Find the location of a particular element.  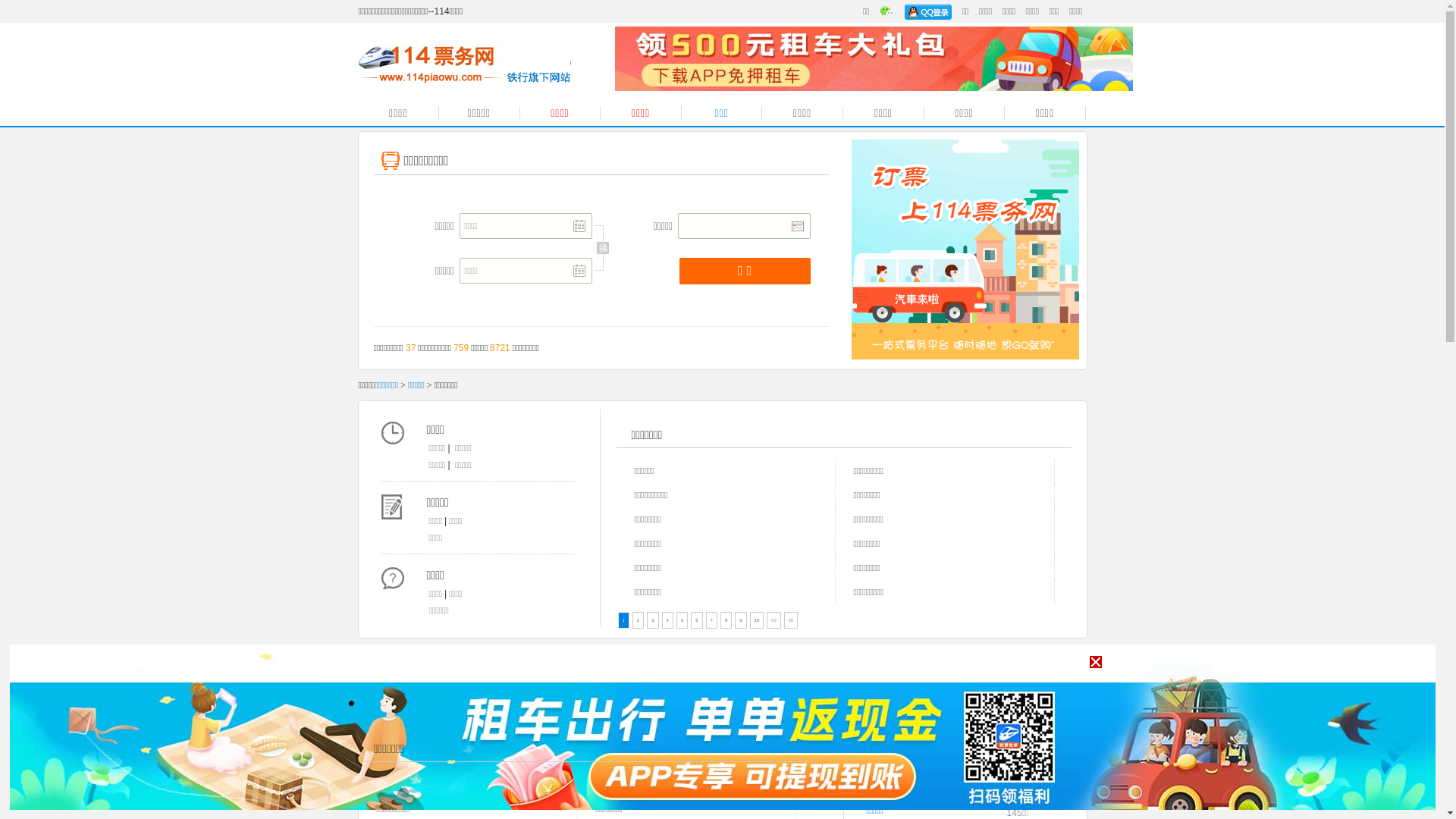

'10' is located at coordinates (757, 620).